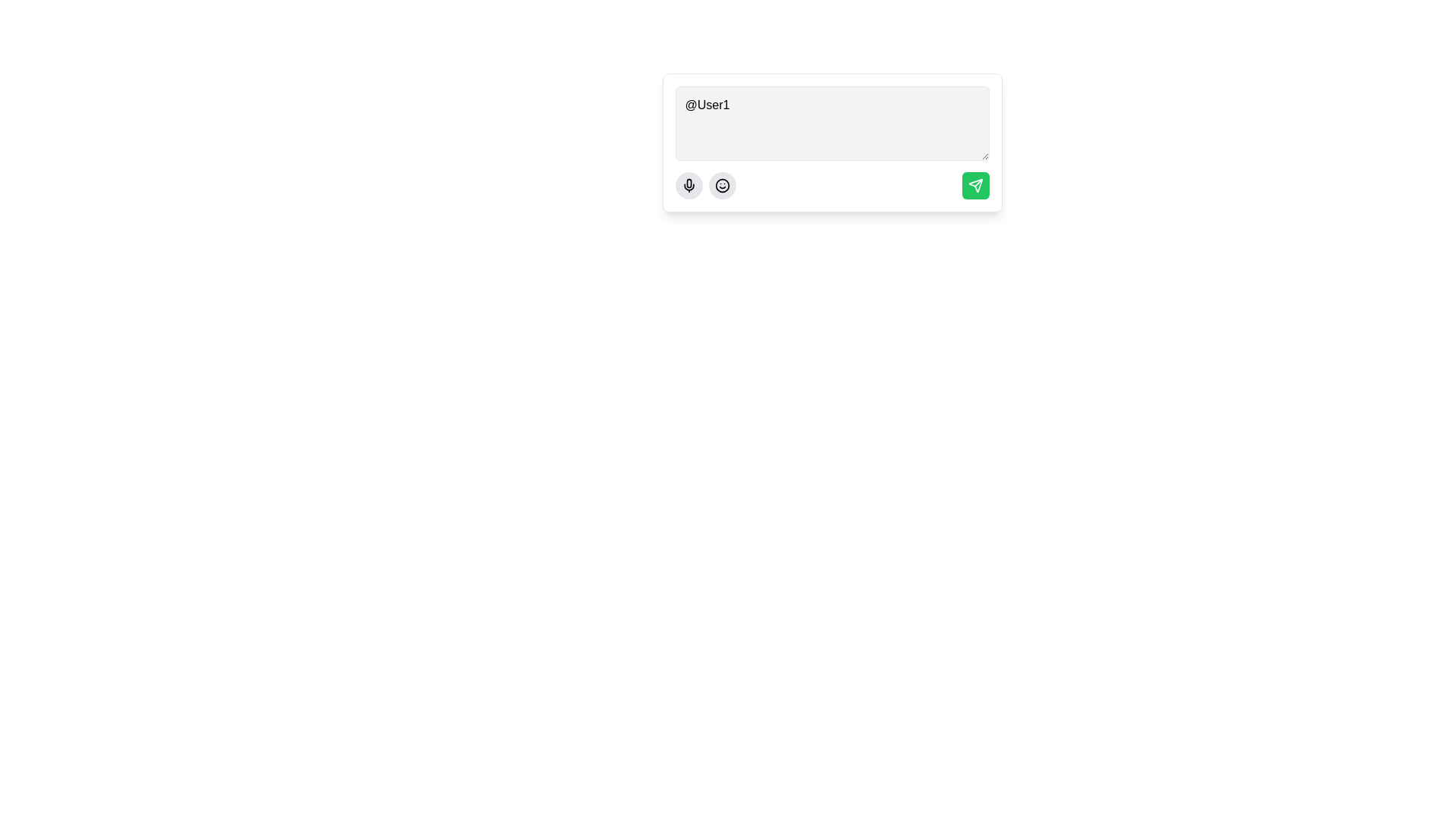  Describe the element at coordinates (704, 185) in the screenshot. I see `the microphone icon located on the left side of the row of interactive icons below the input text box` at that location.